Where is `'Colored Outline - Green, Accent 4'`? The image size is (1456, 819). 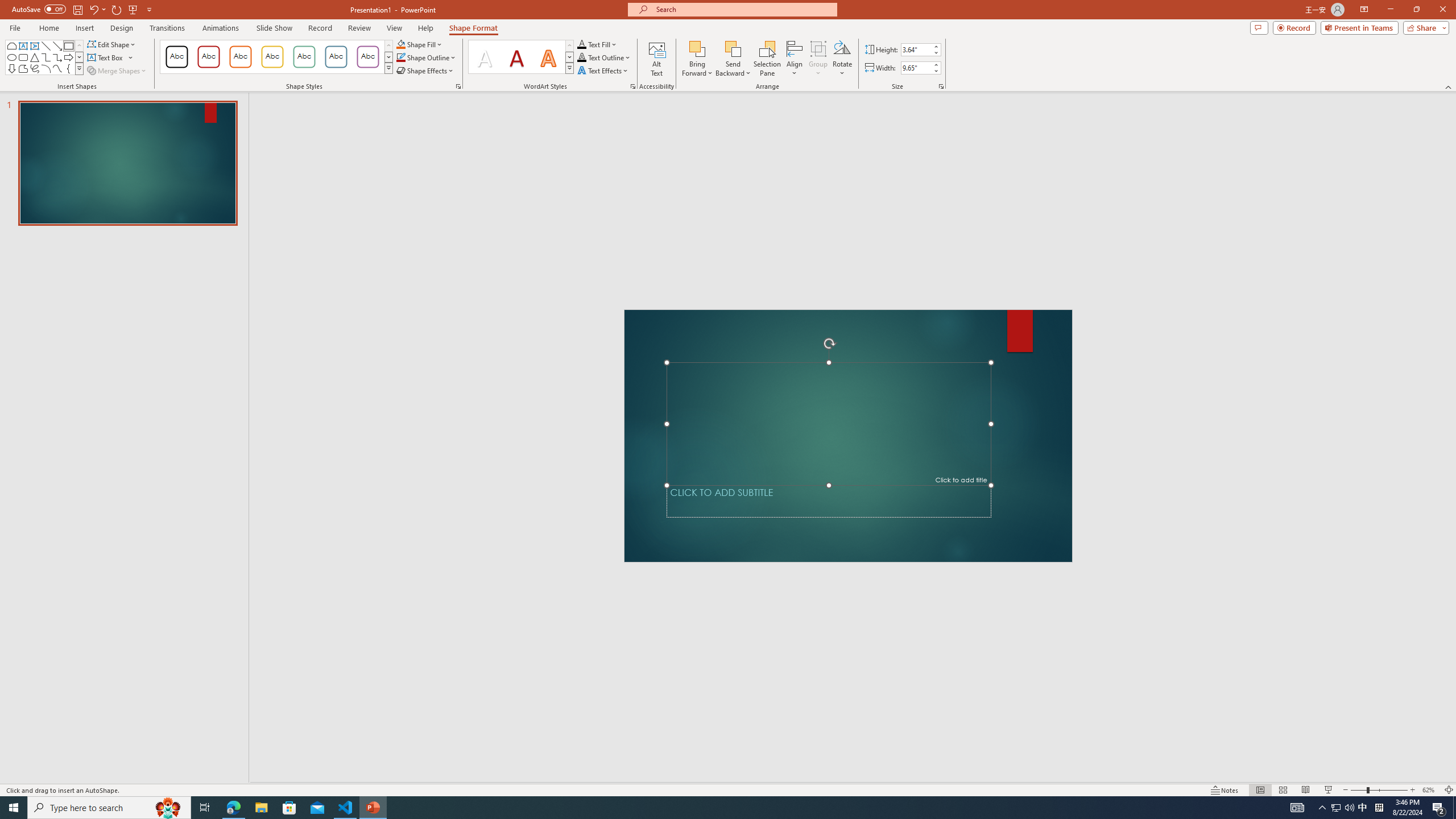
'Colored Outline - Green, Accent 4' is located at coordinates (304, 56).